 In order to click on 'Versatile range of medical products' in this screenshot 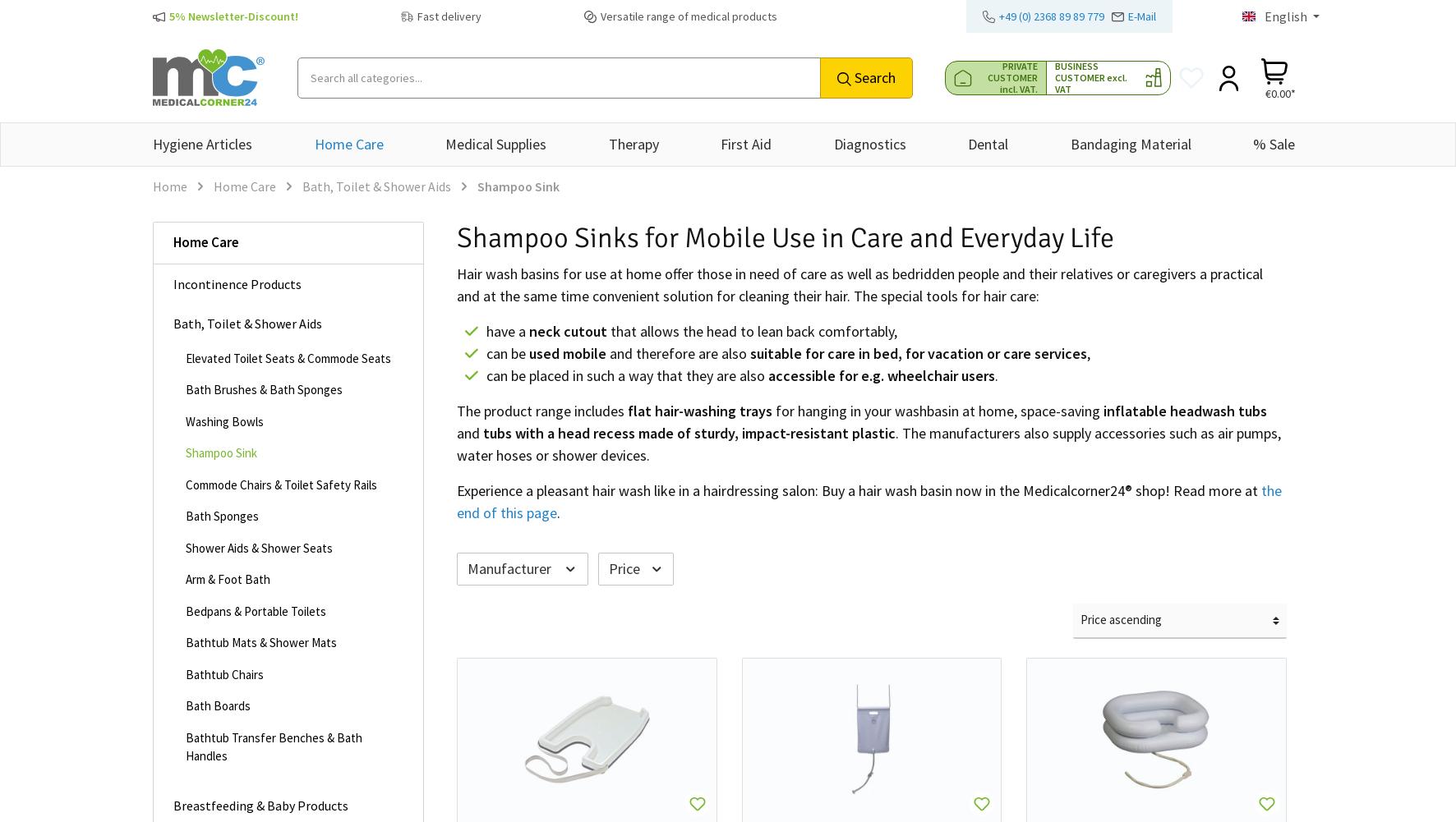, I will do `click(688, 16)`.